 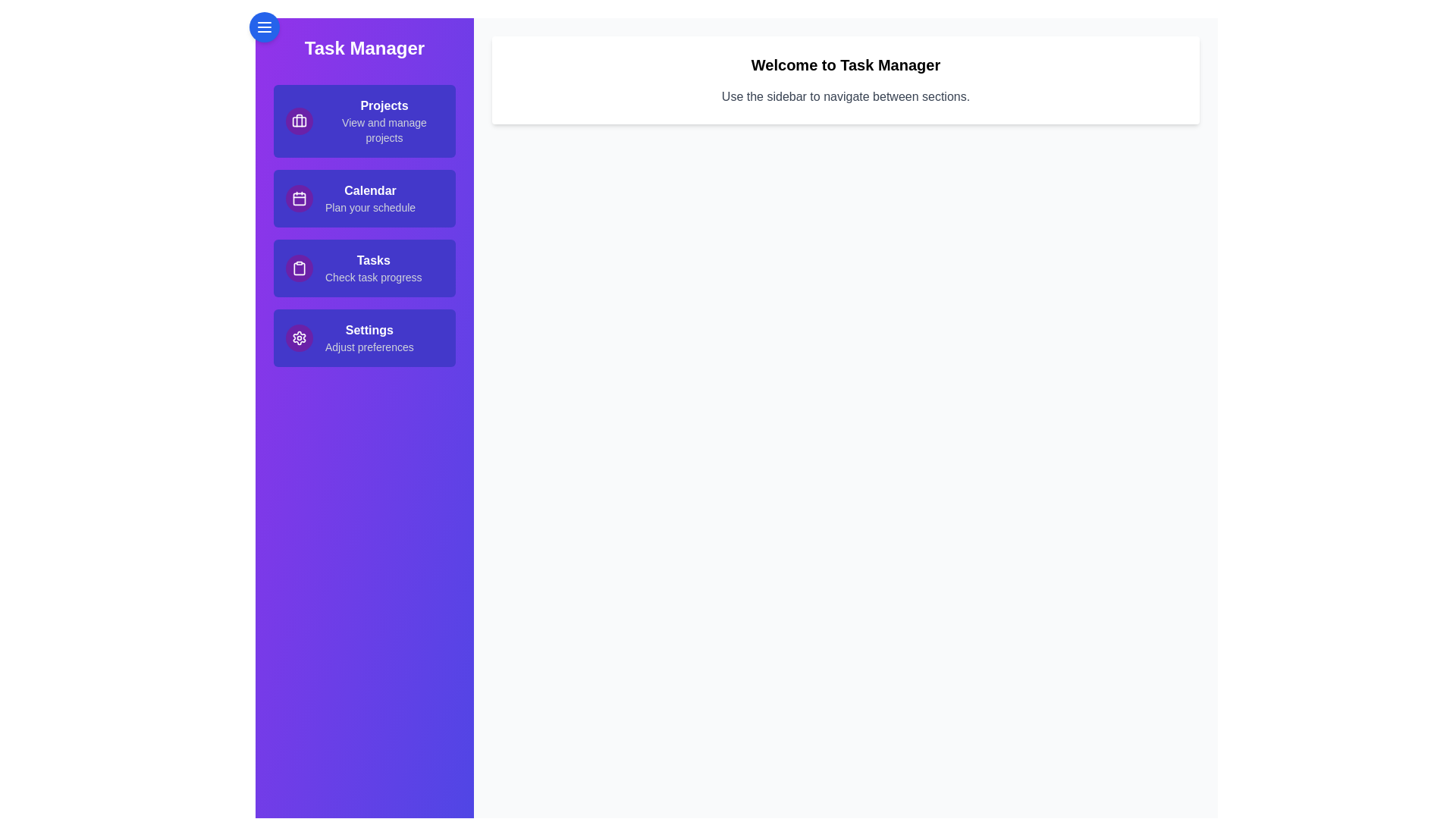 What do you see at coordinates (845, 64) in the screenshot?
I see `the welcome message and instructions area to read the content` at bounding box center [845, 64].